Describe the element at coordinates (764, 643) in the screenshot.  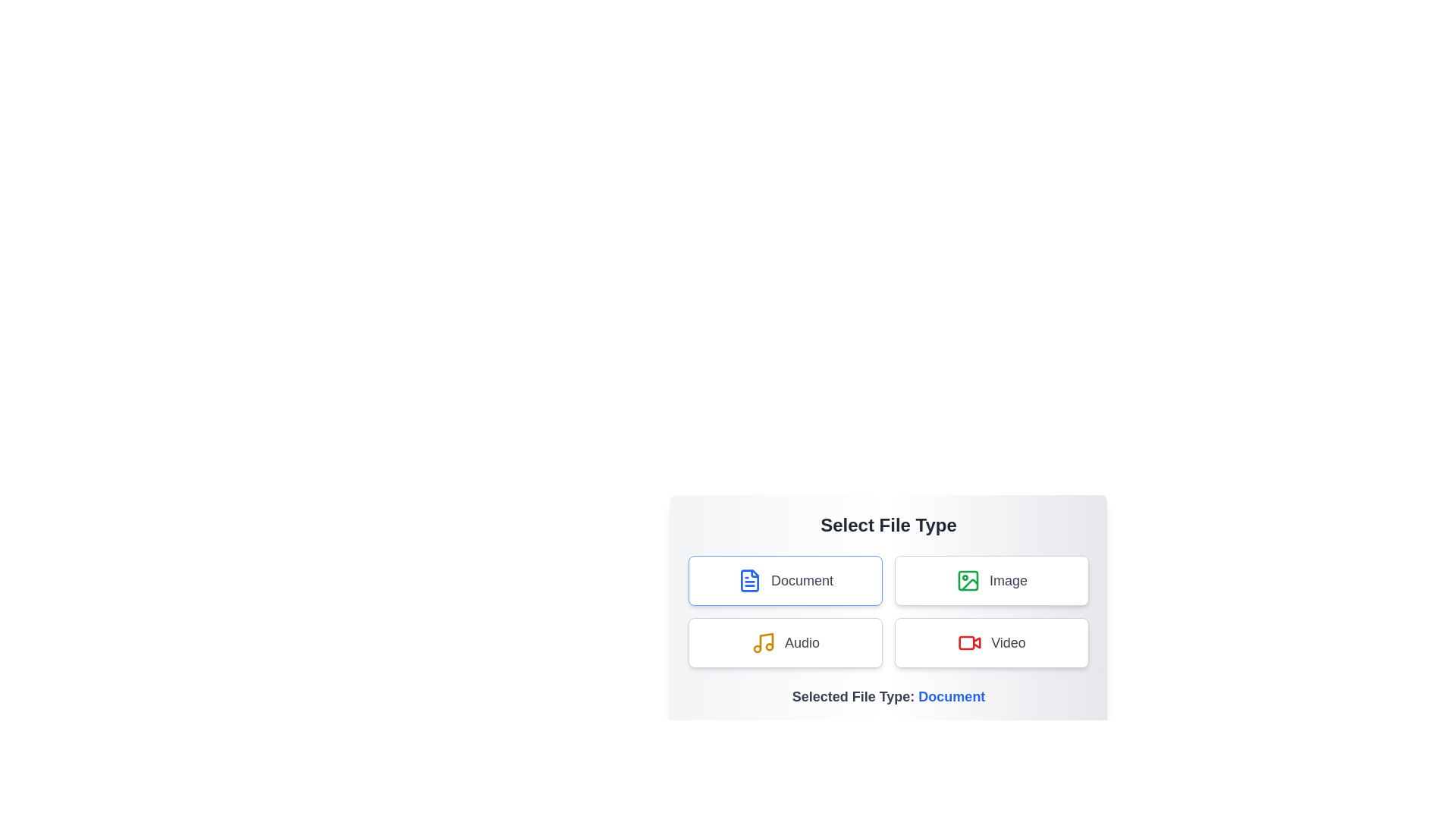
I see `the decorative audio icon located to the left of the 'Audio' label in the lower left part of the 2x2 grid of file type options` at that location.